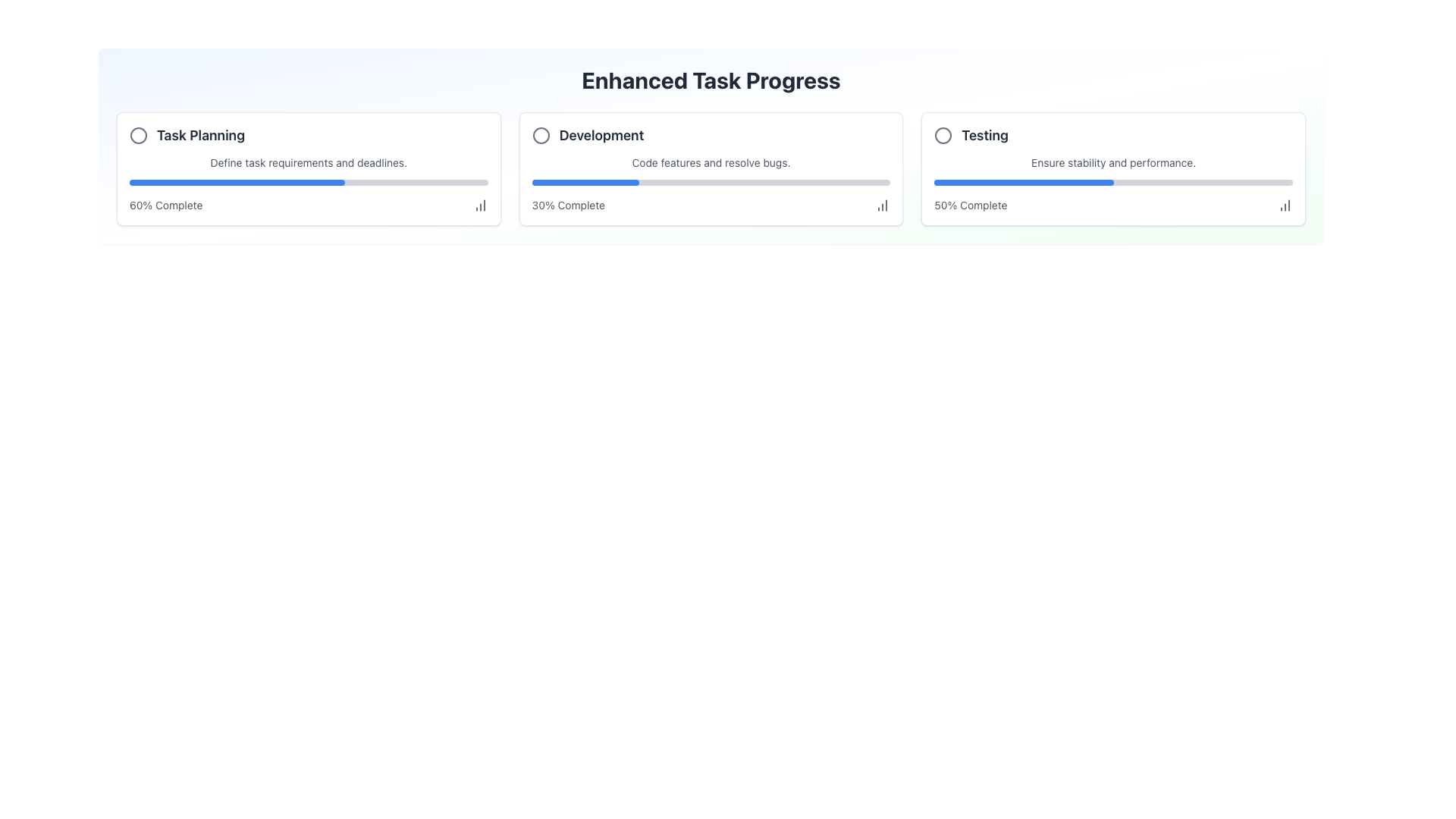  Describe the element at coordinates (710, 163) in the screenshot. I see `the static text that describes tasks related to the development section, located in the center card of a three-card layout, beneath the 'Development' heading and above a blue progress bar` at that location.